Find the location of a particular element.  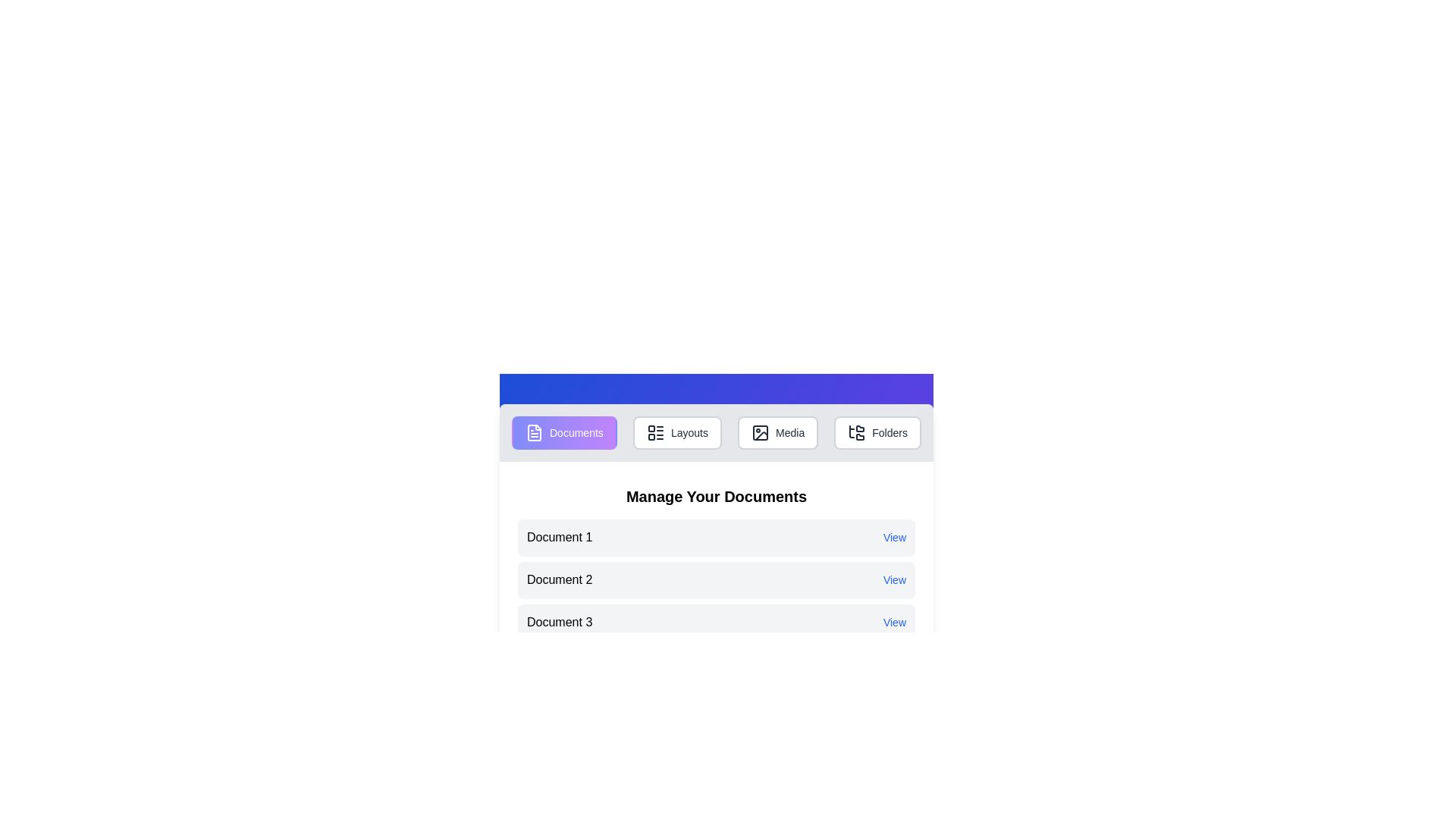

the third document card in the listing interface is located at coordinates (716, 623).